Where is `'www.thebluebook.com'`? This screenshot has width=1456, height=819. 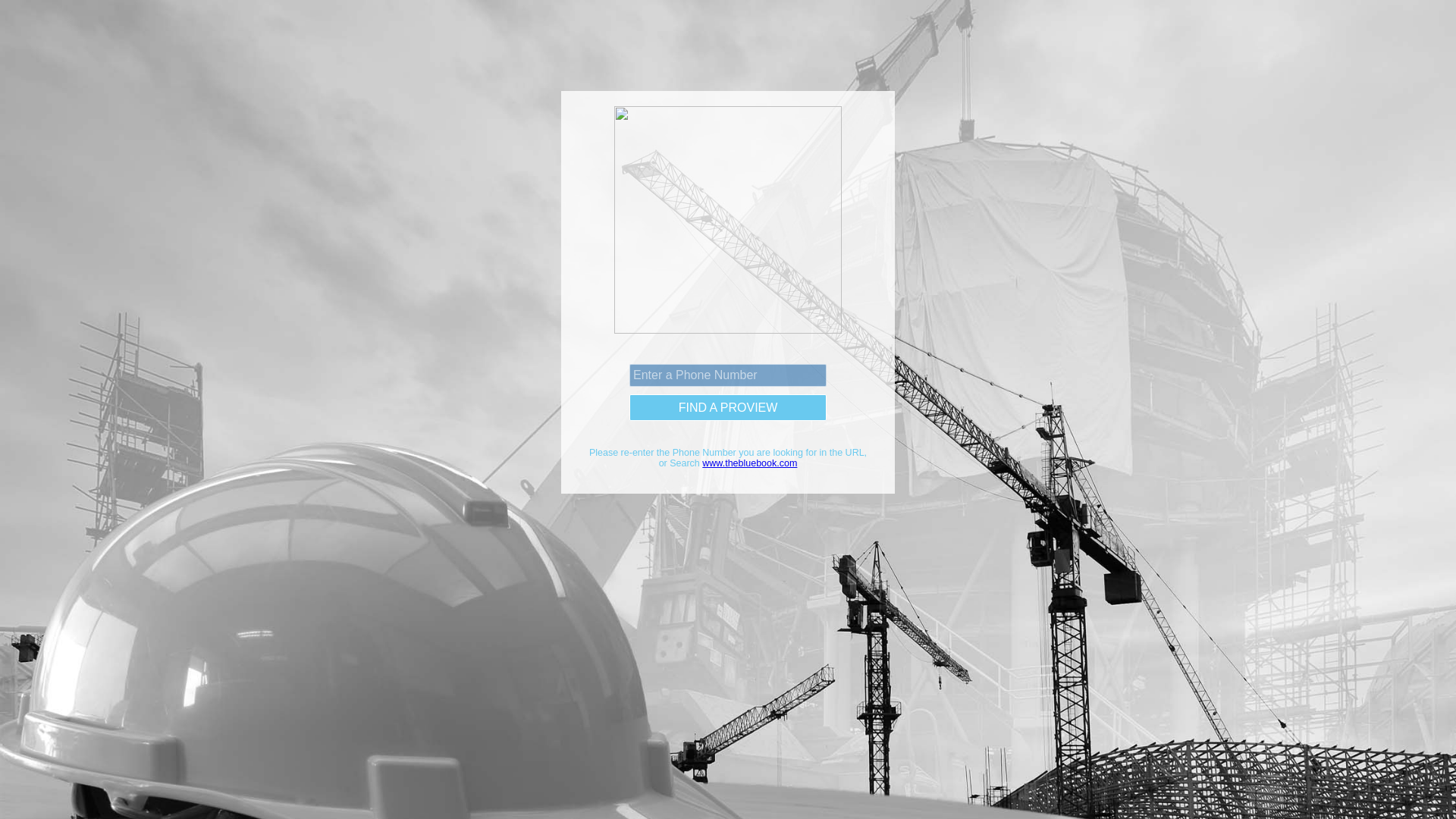 'www.thebluebook.com' is located at coordinates (749, 462).